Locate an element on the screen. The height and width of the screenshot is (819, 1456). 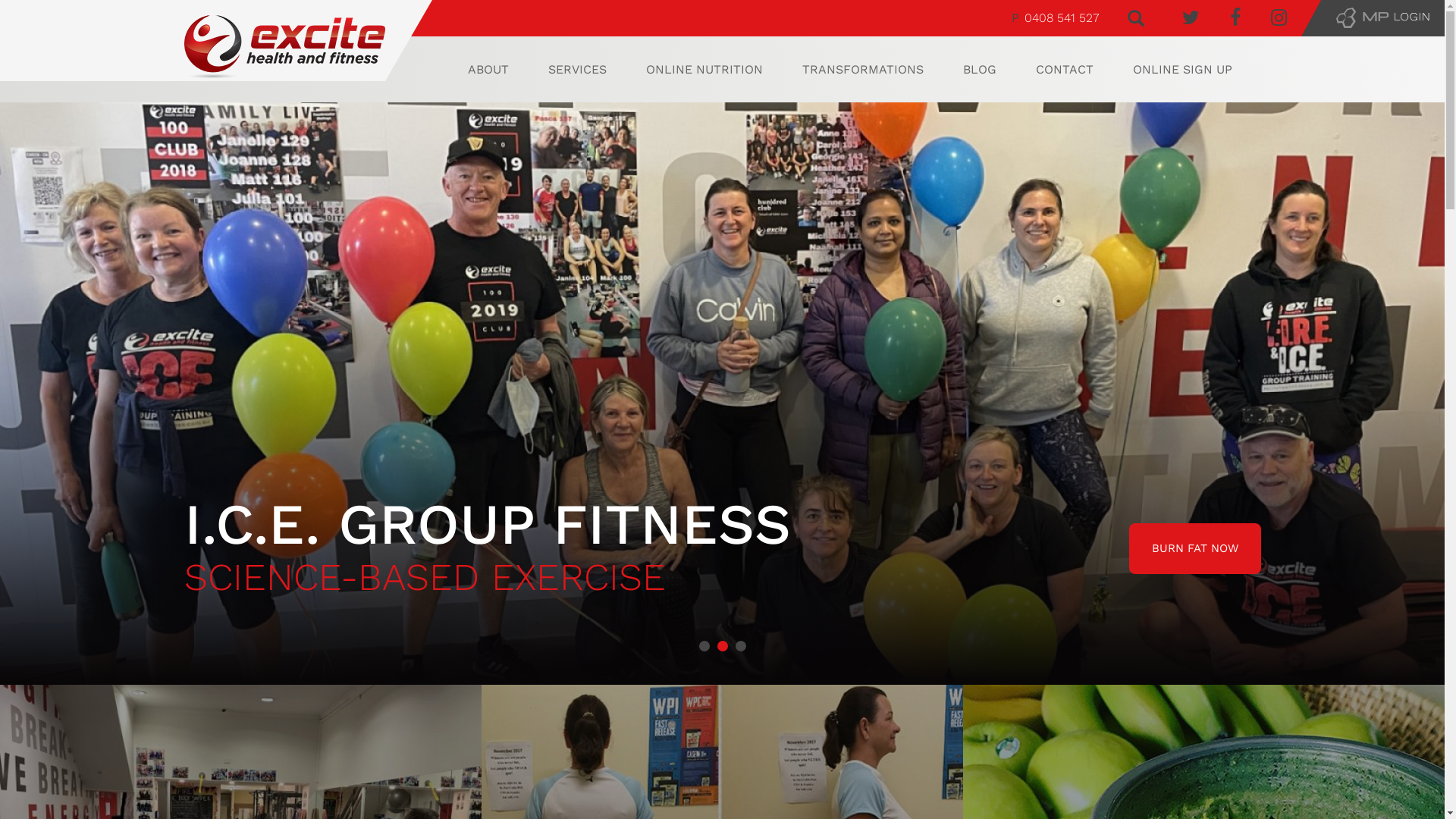
'TRANSFORMATIONS' is located at coordinates (801, 69).